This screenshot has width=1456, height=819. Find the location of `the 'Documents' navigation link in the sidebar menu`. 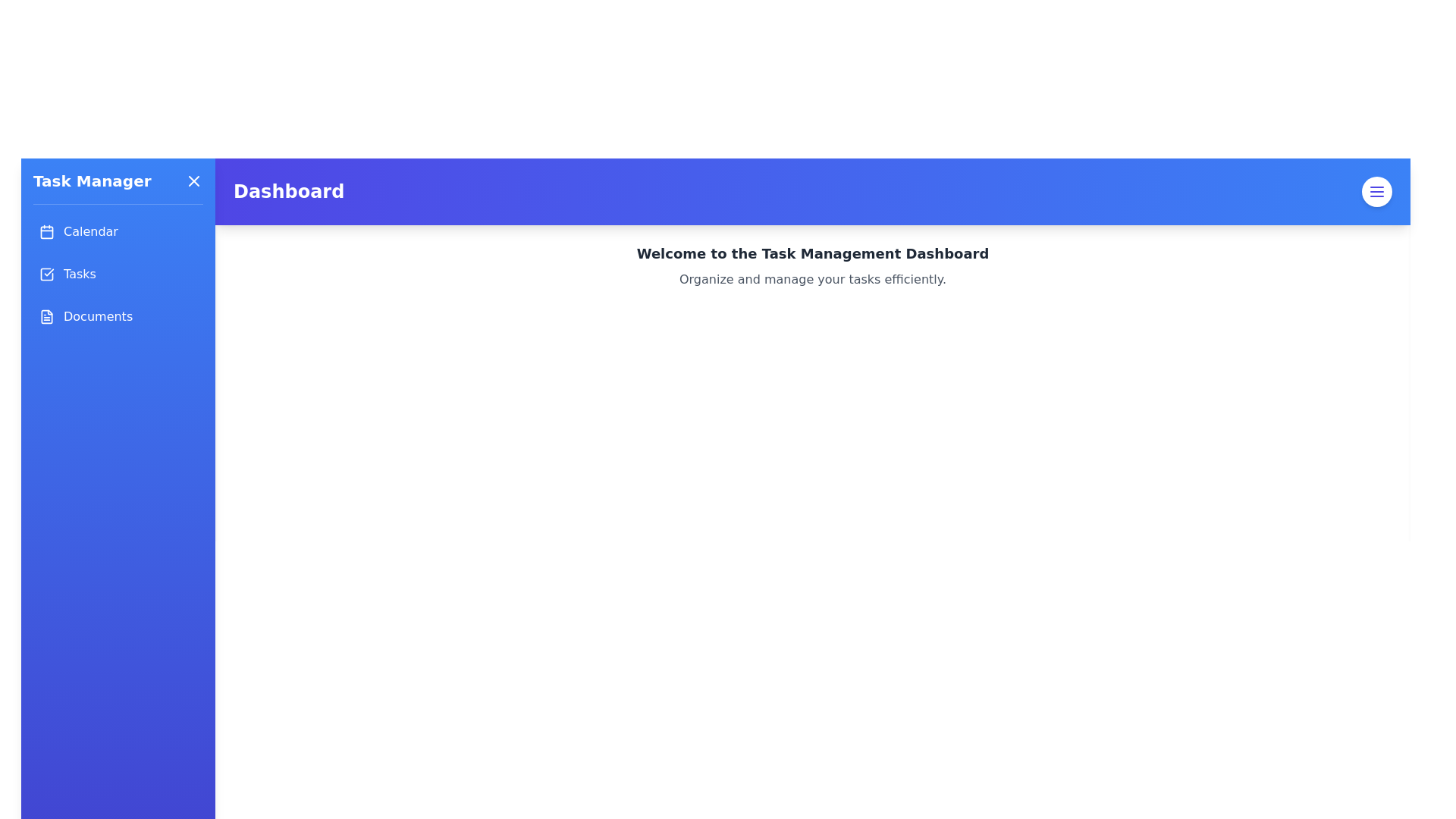

the 'Documents' navigation link in the sidebar menu is located at coordinates (118, 315).